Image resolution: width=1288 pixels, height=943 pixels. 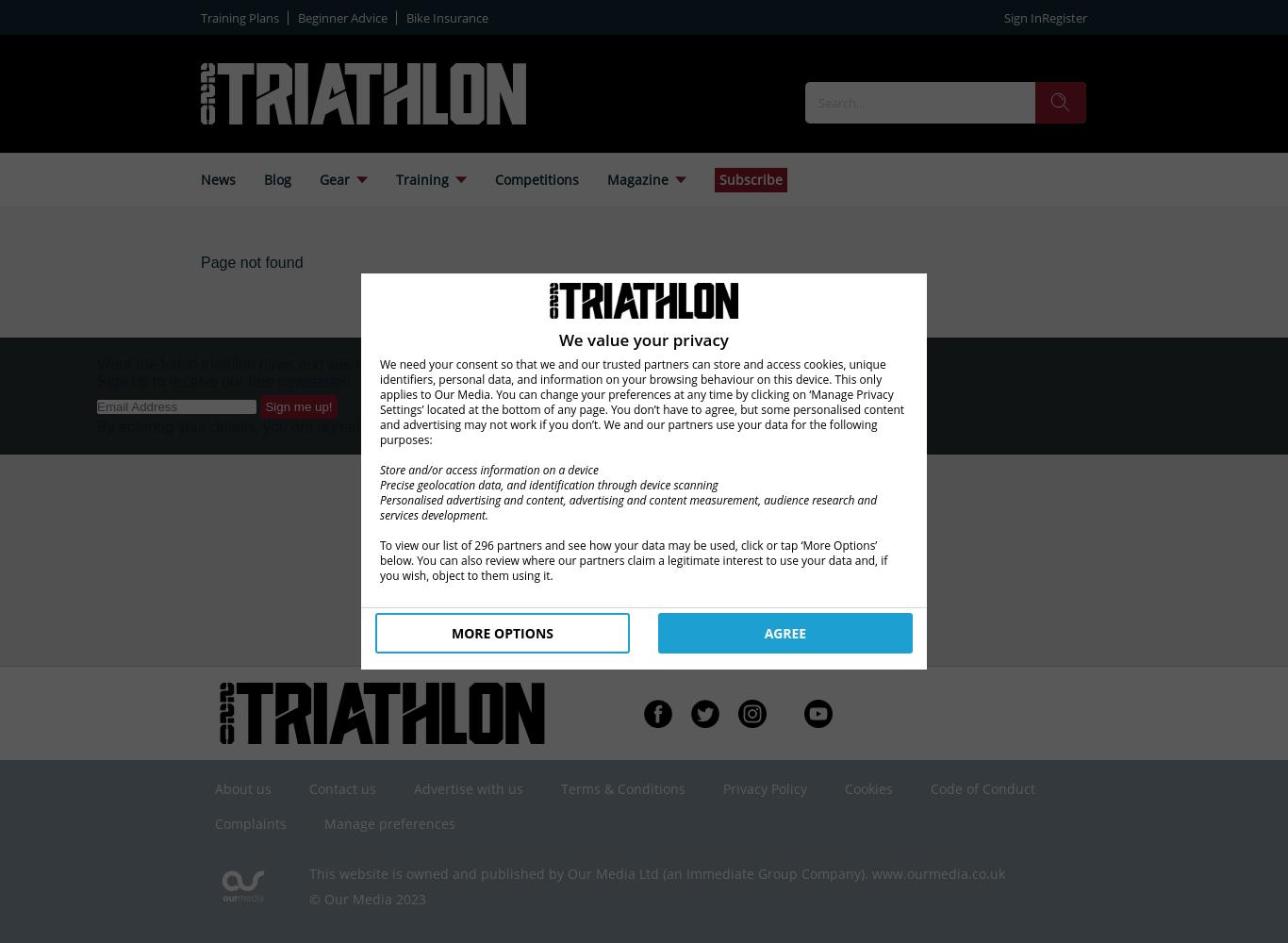 I want to click on 'Sign me up!', so click(x=298, y=406).